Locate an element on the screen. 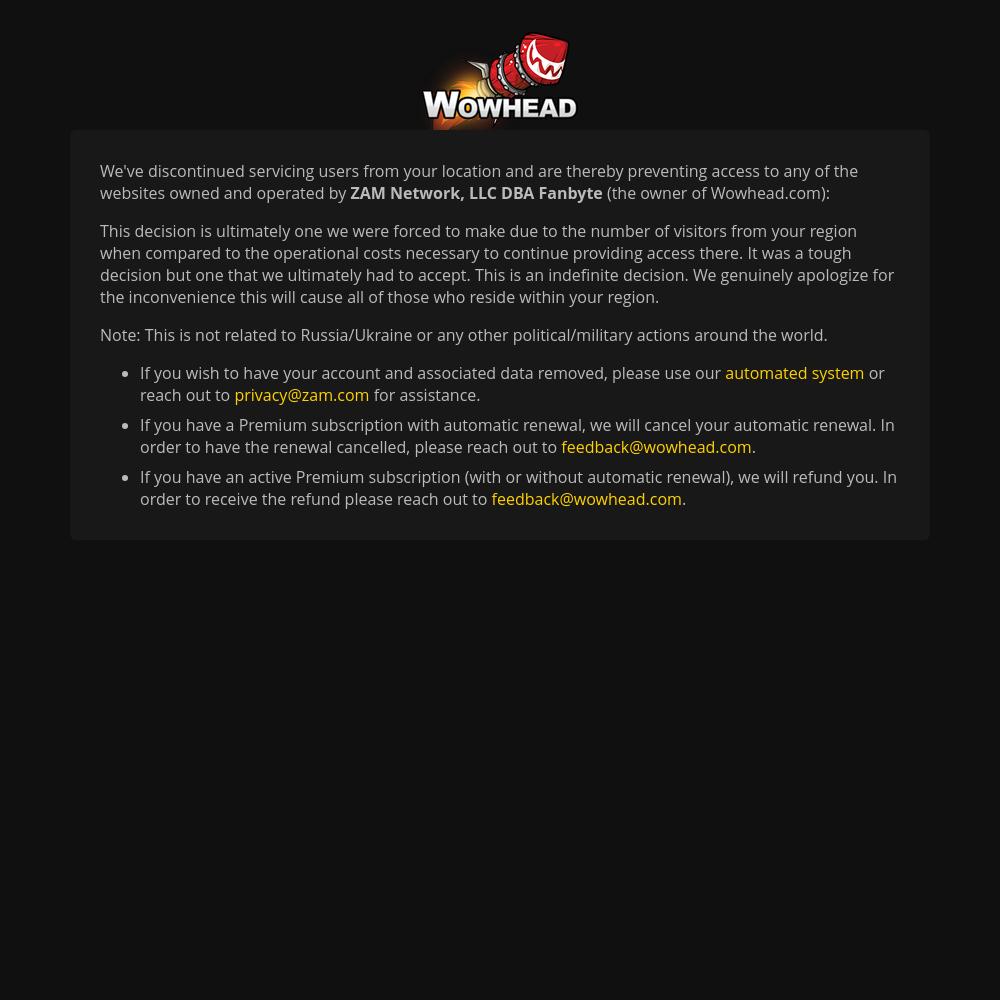 The height and width of the screenshot is (1000, 1000). 'This decision is ultimately one we were forced to make due to the number of visitors from your region when compared to the operational costs necessary to continue providing access there. It was a tough decision but one that we ultimately had to accept. This is an indefinite decision. We genuinely apologize for the inconvenience this will cause all of those who reside within your region.' is located at coordinates (496, 264).